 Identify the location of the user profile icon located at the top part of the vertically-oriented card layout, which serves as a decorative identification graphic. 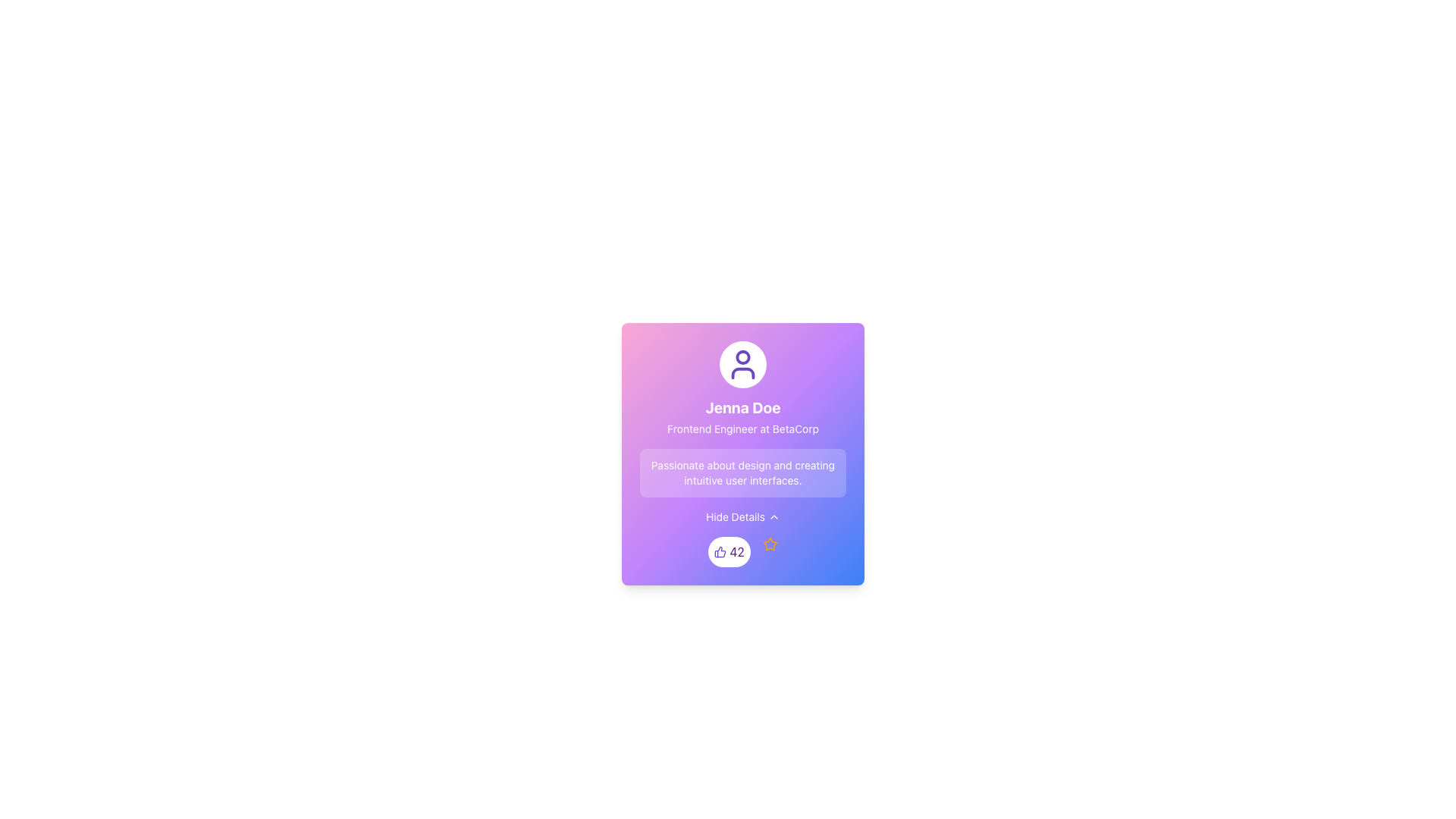
(742, 365).